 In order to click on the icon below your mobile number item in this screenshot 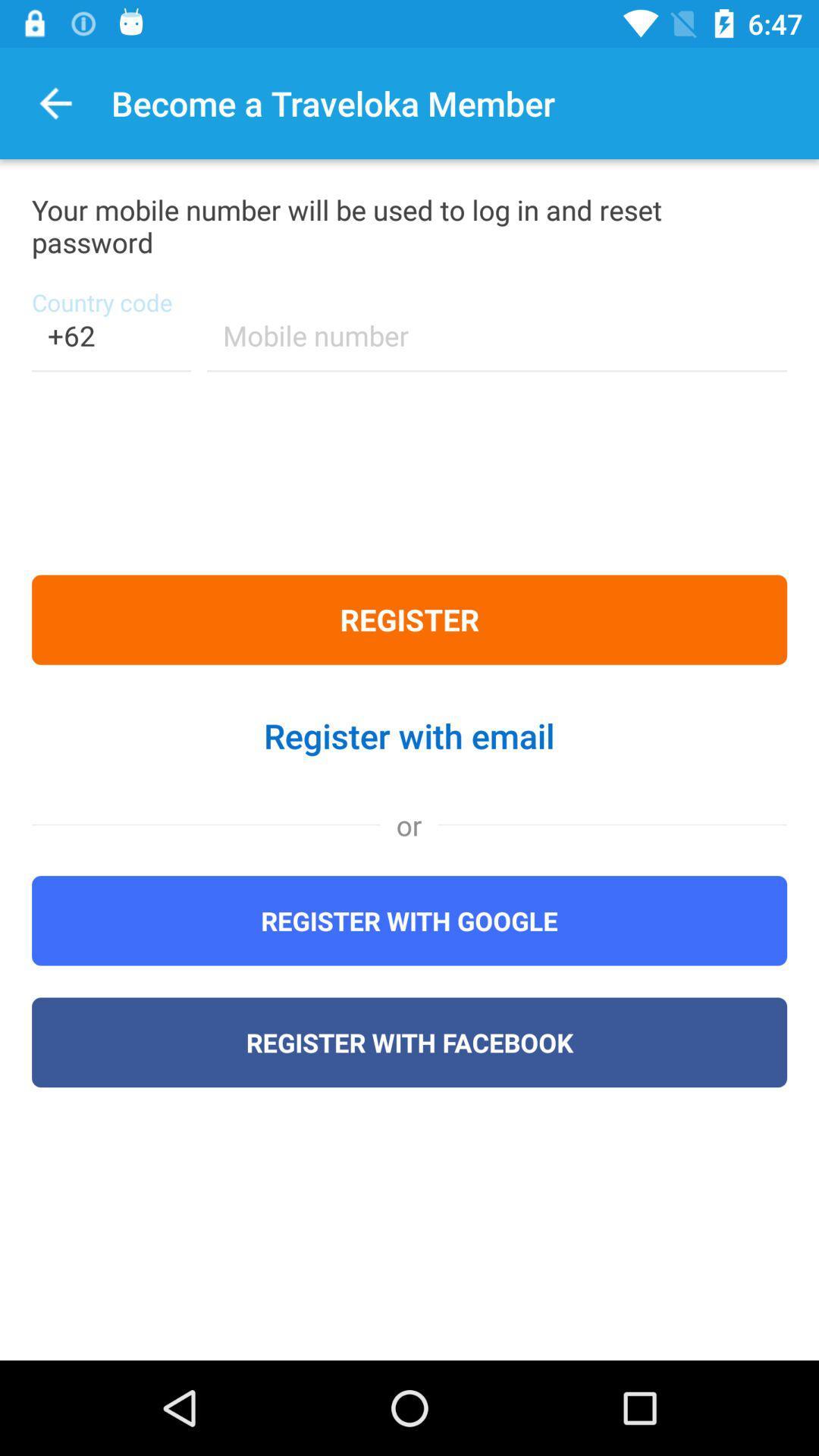, I will do `click(497, 344)`.